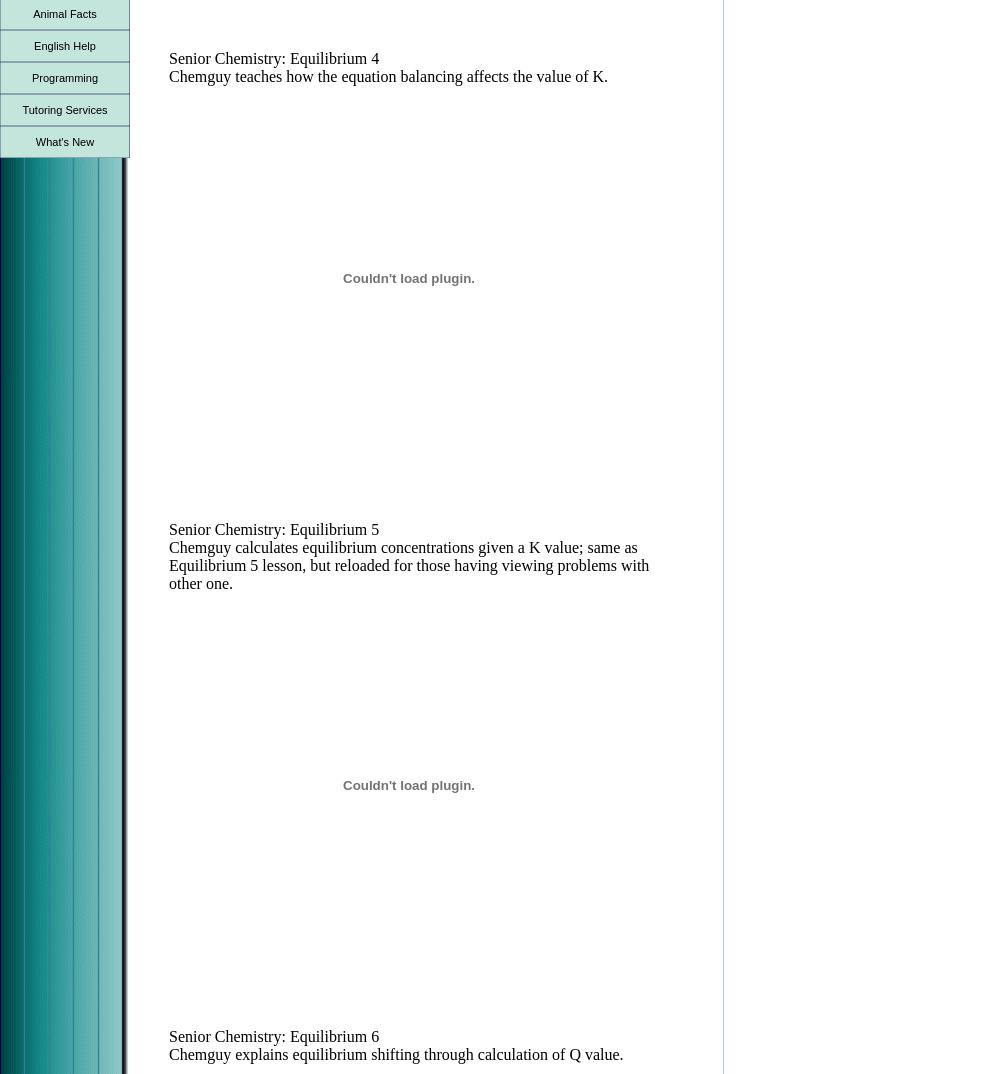  I want to click on 'Chemguy calculates equilibrium concentrations given a K value; same as Equilibrium 5 lesson, but reloaded for those having viewing problems with other one.', so click(407, 564).